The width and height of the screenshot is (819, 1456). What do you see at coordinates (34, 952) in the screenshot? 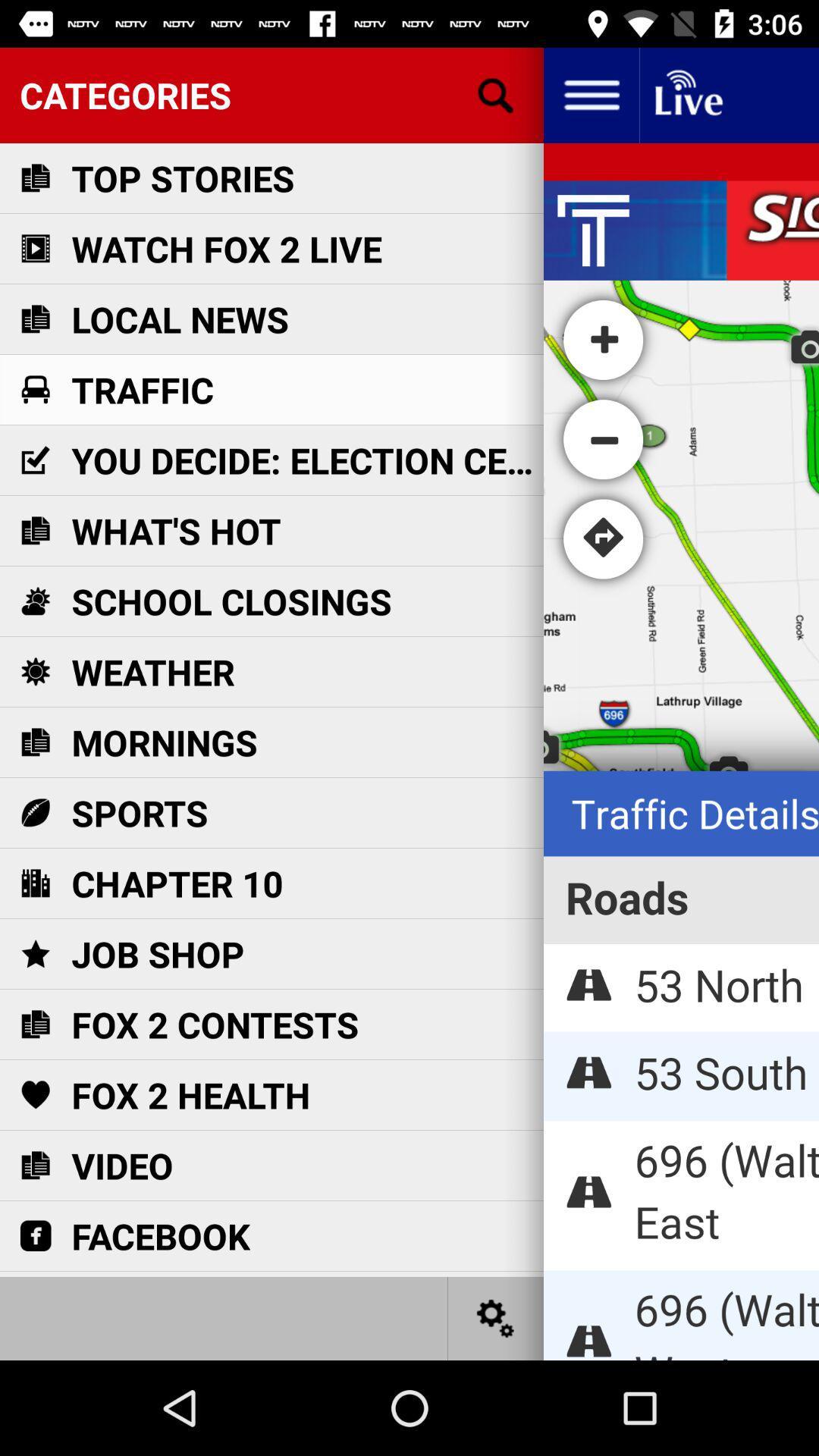
I see `icon left to job shop` at bounding box center [34, 952].